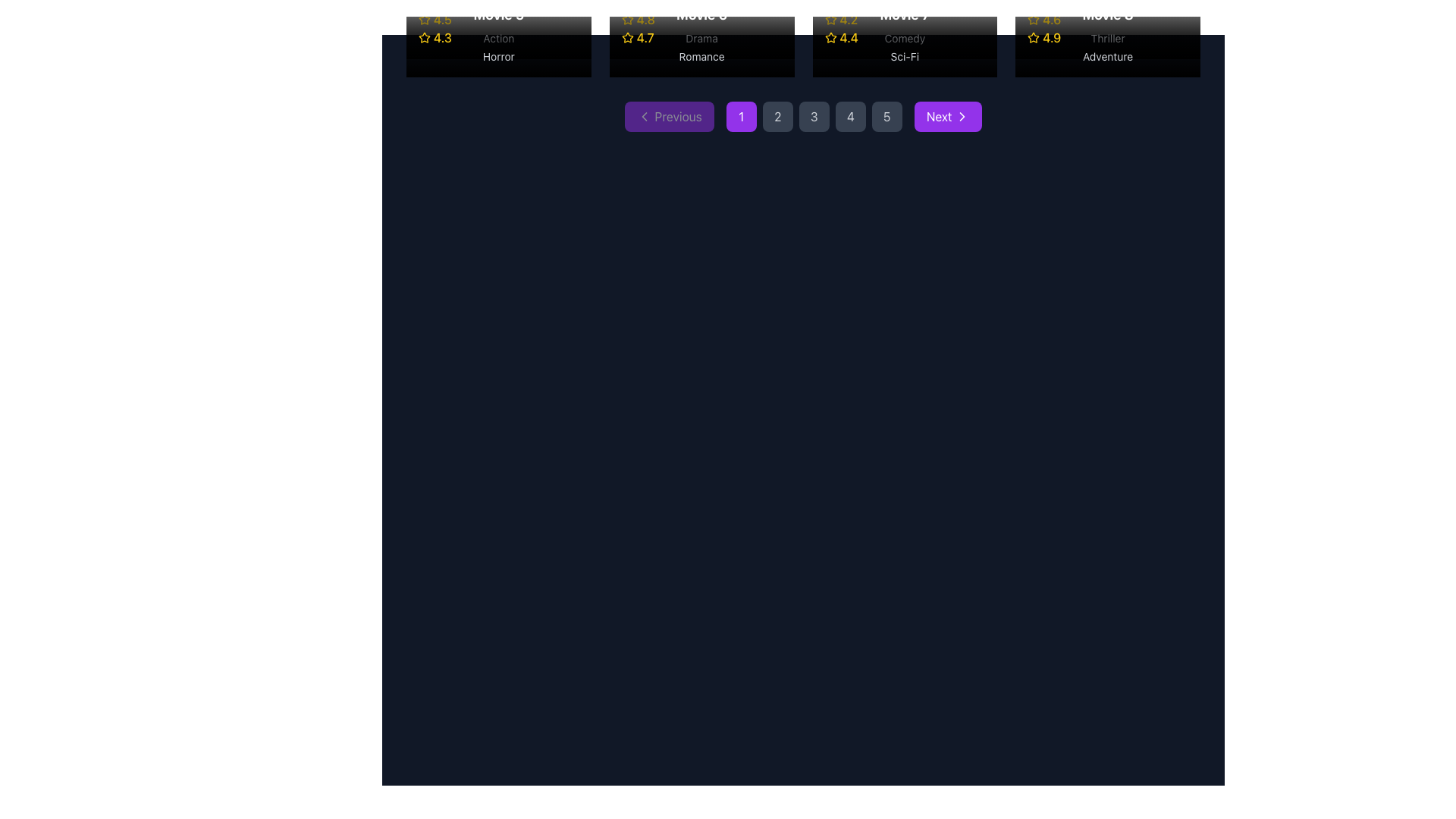 The width and height of the screenshot is (1456, 819). What do you see at coordinates (425, 19) in the screenshot?
I see `the star icon representing the rating of 4.3, located to the left of the text` at bounding box center [425, 19].